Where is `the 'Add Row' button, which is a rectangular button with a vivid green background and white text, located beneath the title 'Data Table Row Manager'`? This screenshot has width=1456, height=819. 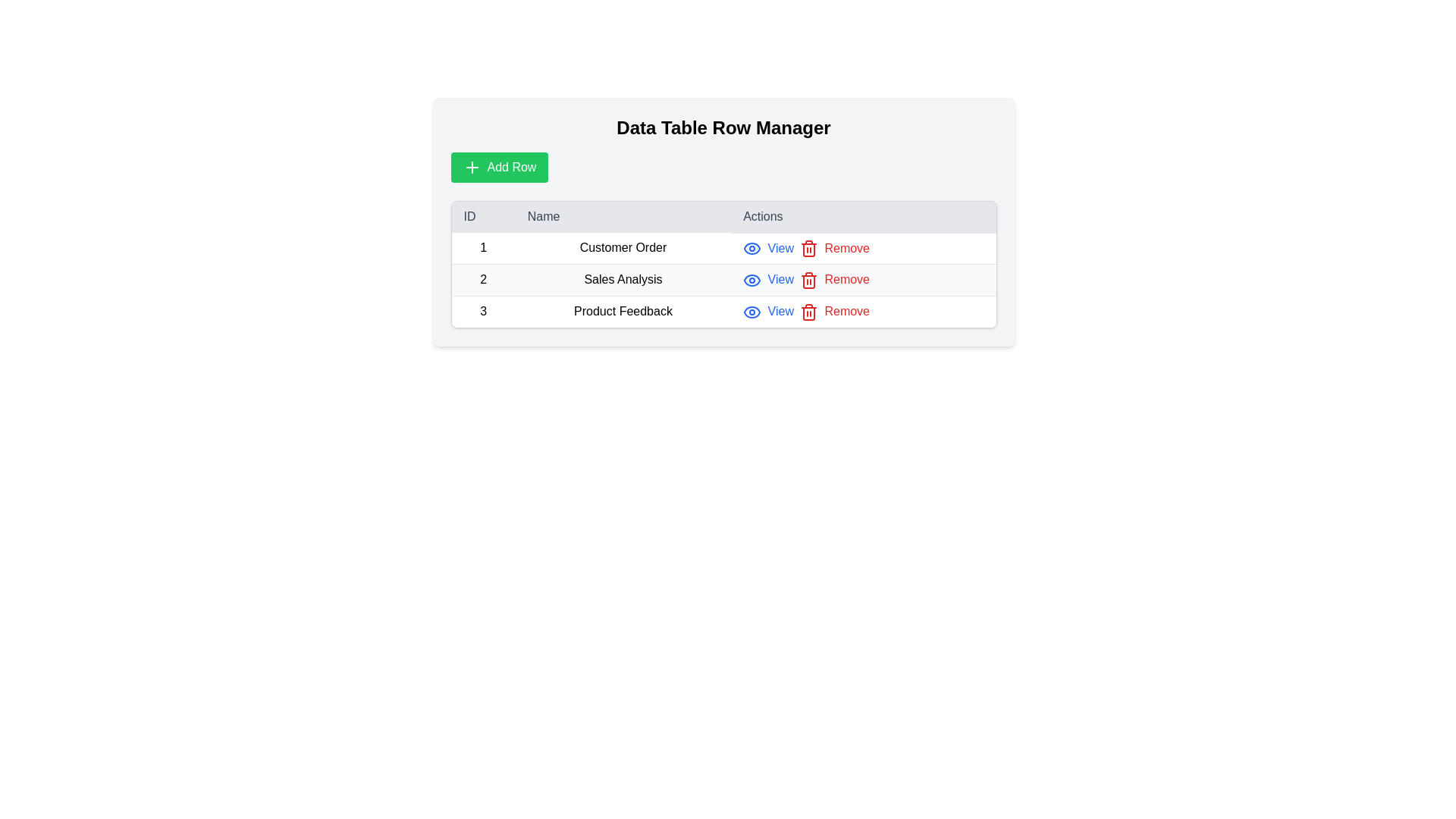 the 'Add Row' button, which is a rectangular button with a vivid green background and white text, located beneath the title 'Data Table Row Manager' is located at coordinates (499, 167).